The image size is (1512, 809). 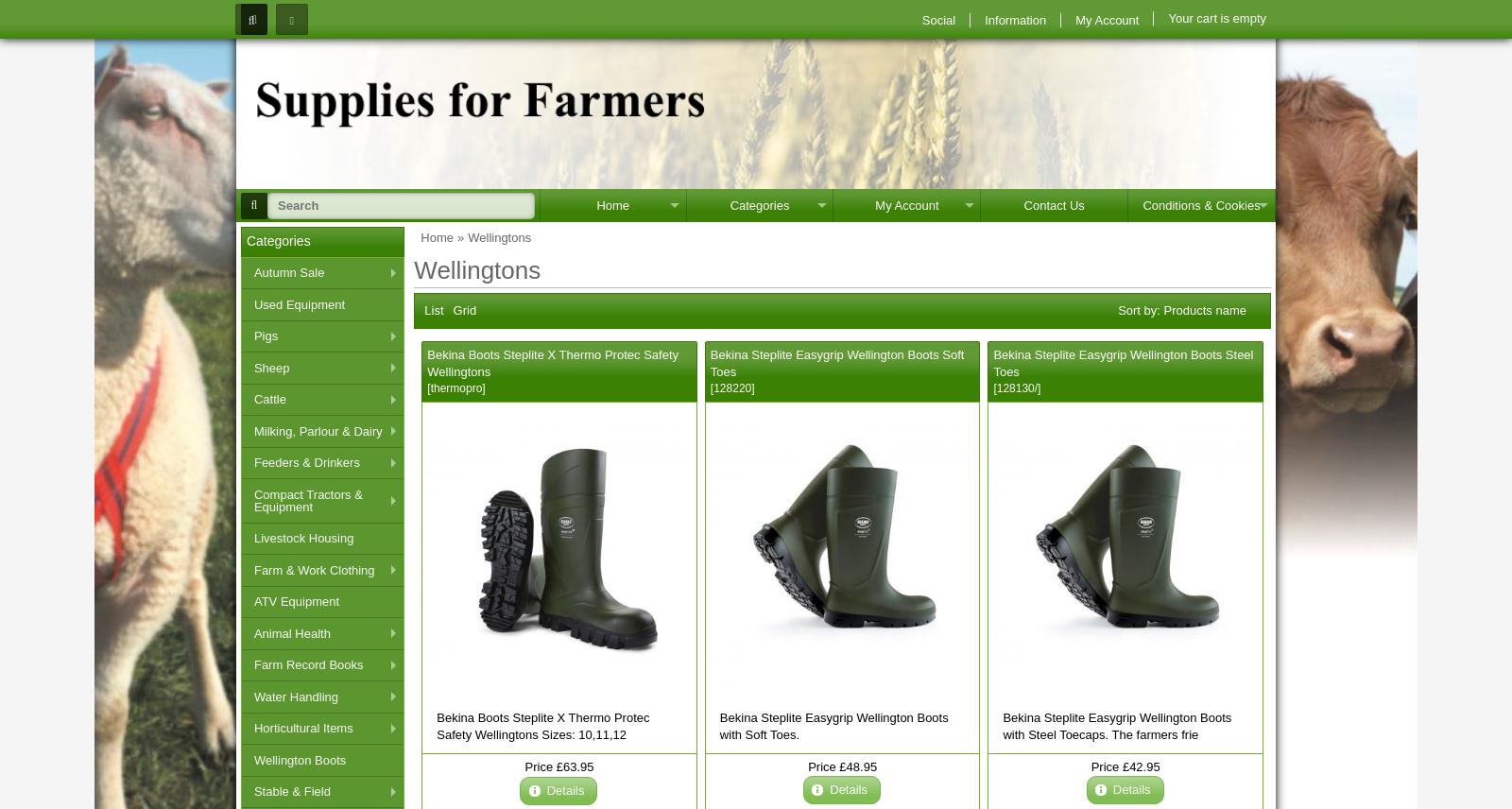 I want to click on 'Milking, Parlour & Dairy', so click(x=318, y=430).